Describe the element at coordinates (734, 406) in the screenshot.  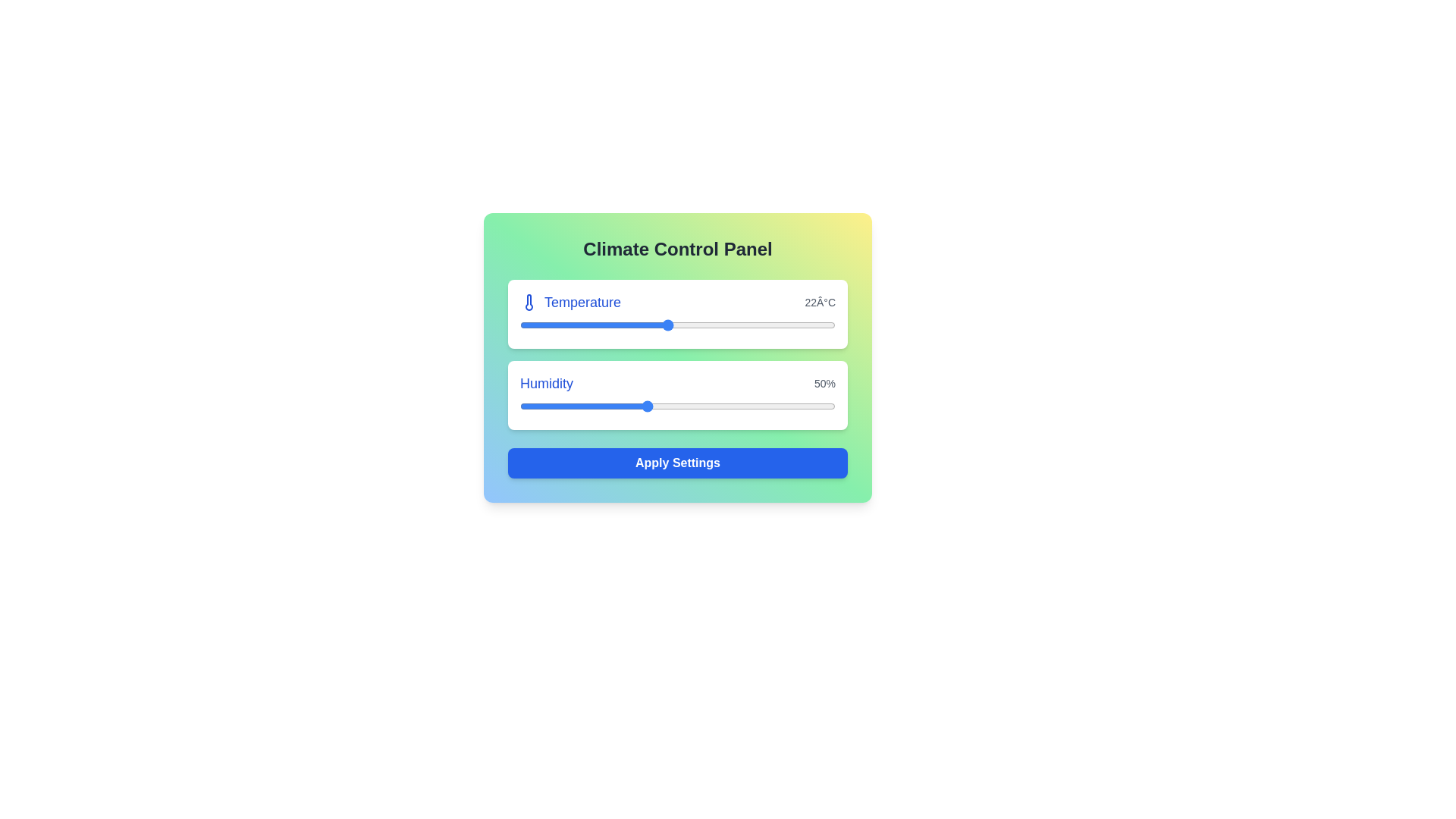
I see `the humidity level` at that location.